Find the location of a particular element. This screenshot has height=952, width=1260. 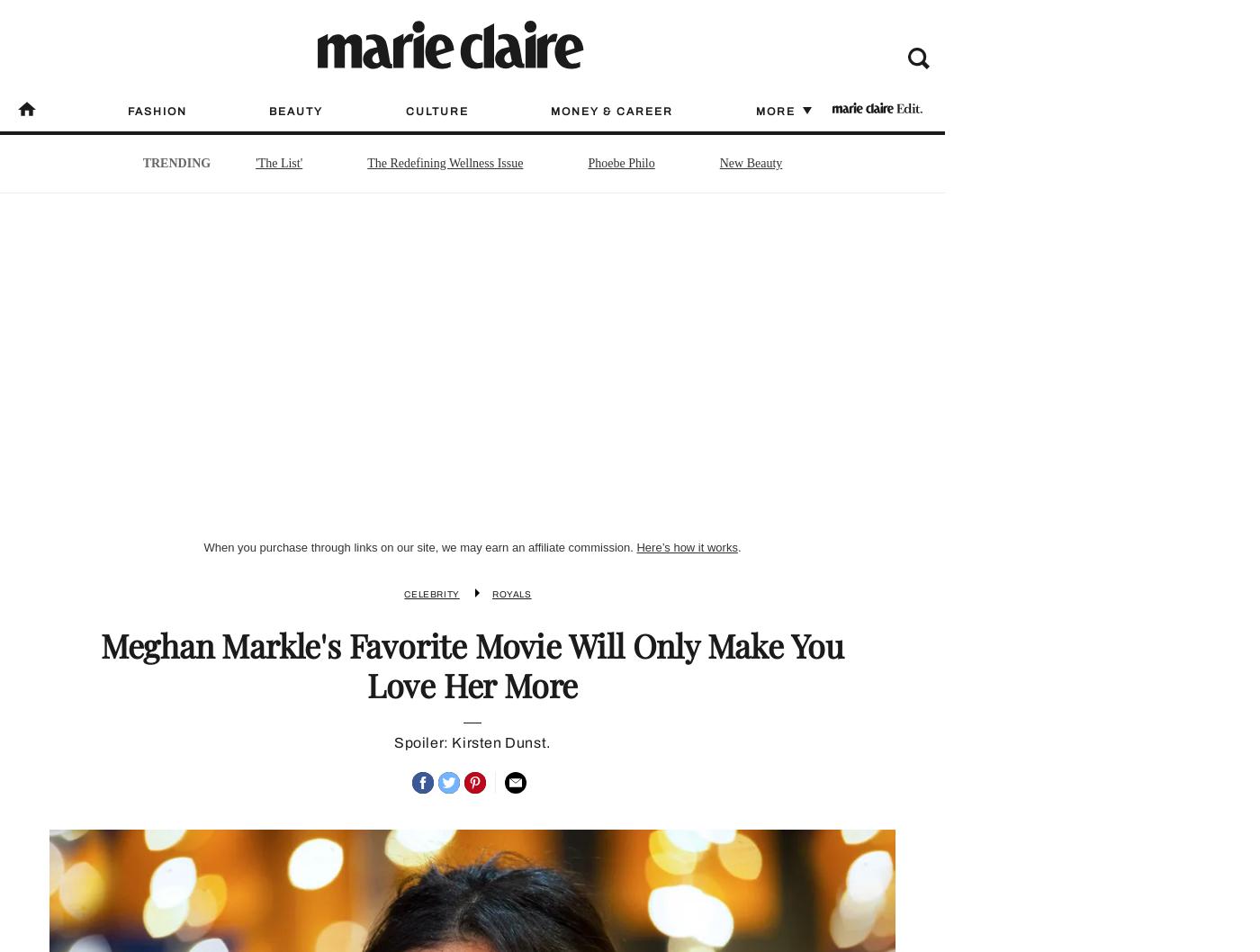

'Spoiler: Kirsten Dunst.' is located at coordinates (472, 741).